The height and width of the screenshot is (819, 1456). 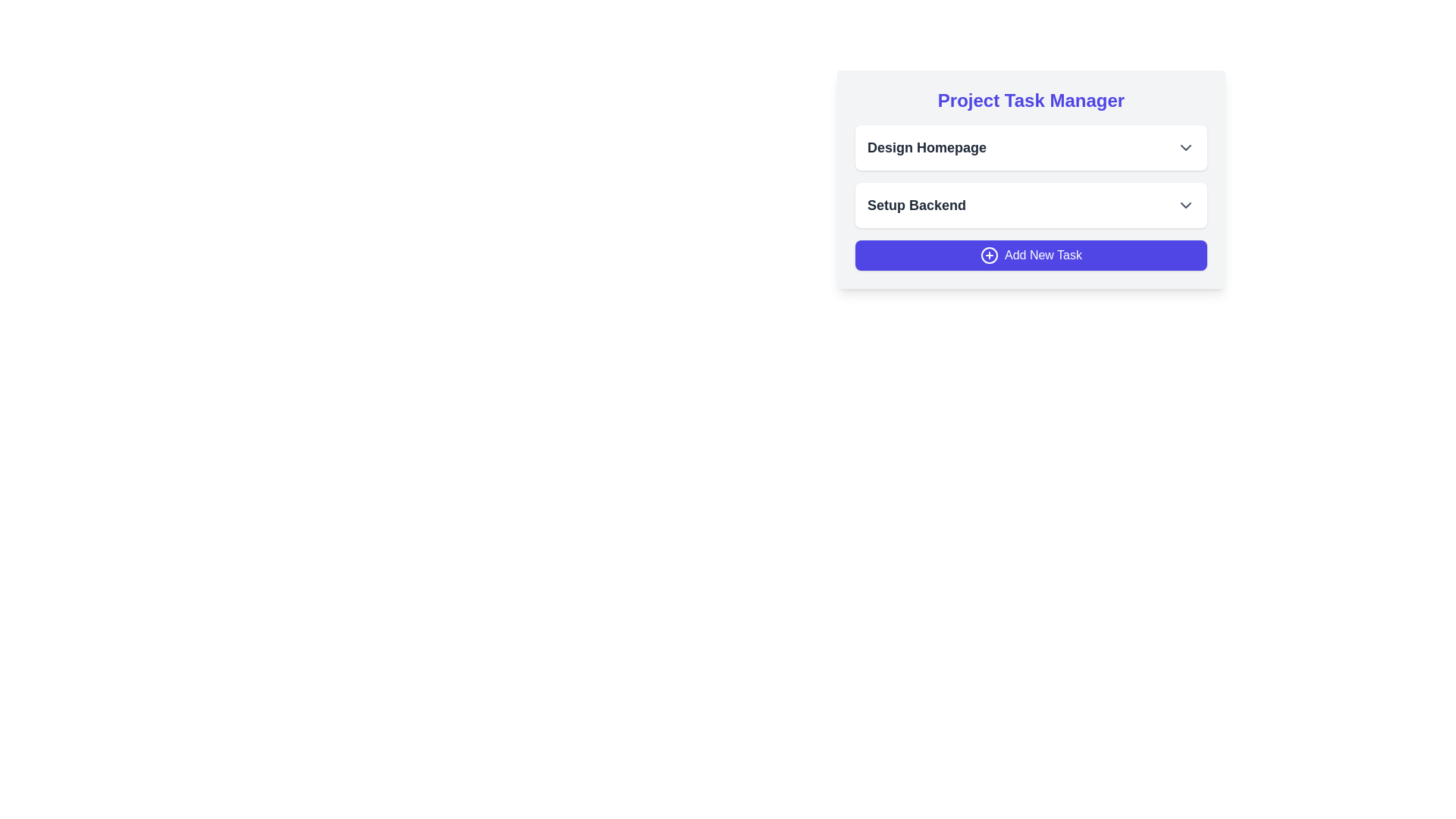 I want to click on the text label for the project task 'Setup Backend', which is located directly beneath the 'Design Homepage' label, to provide context about this specific task, so click(x=916, y=205).